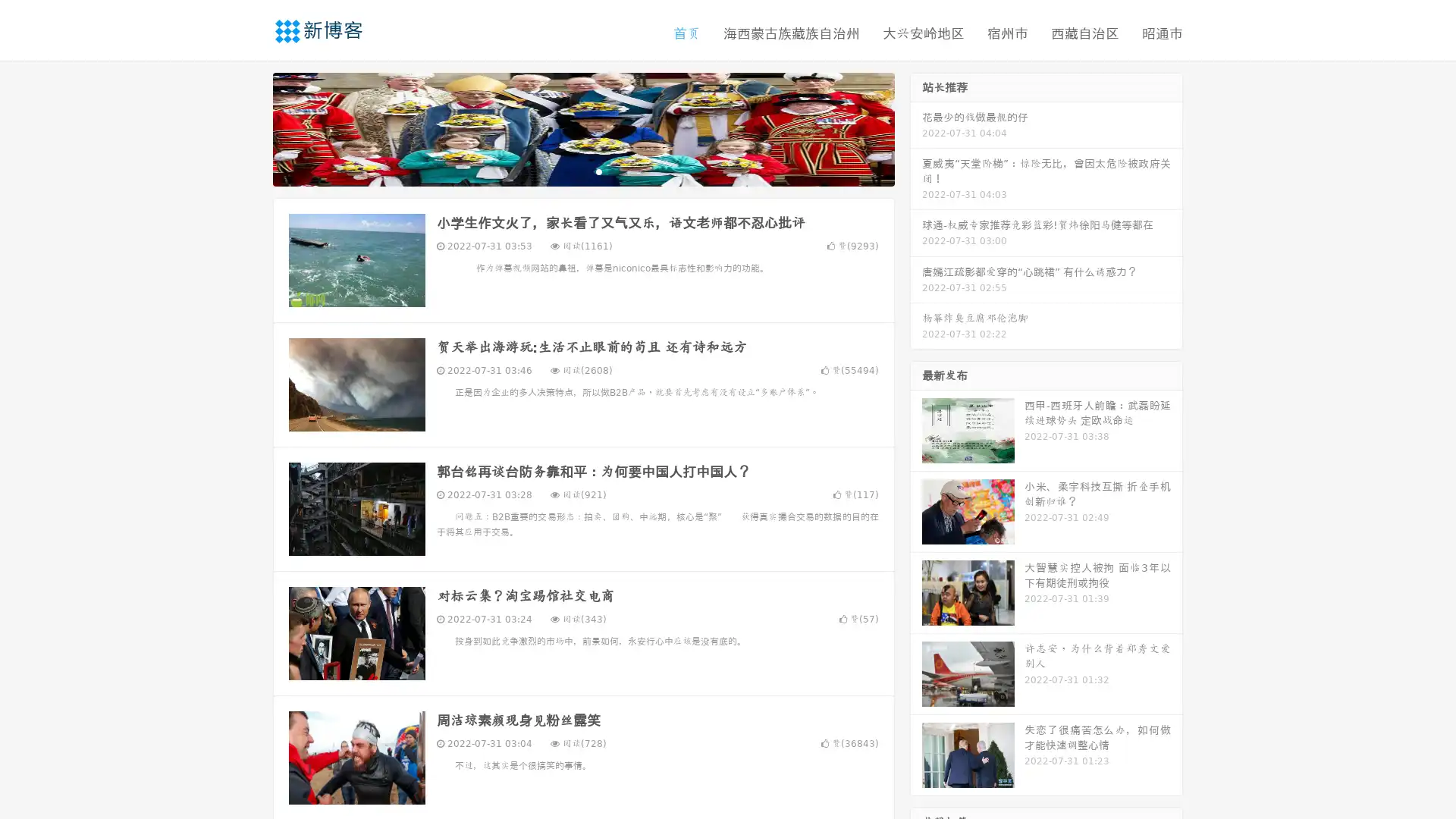 This screenshot has height=819, width=1456. I want to click on Go to slide 2, so click(582, 171).